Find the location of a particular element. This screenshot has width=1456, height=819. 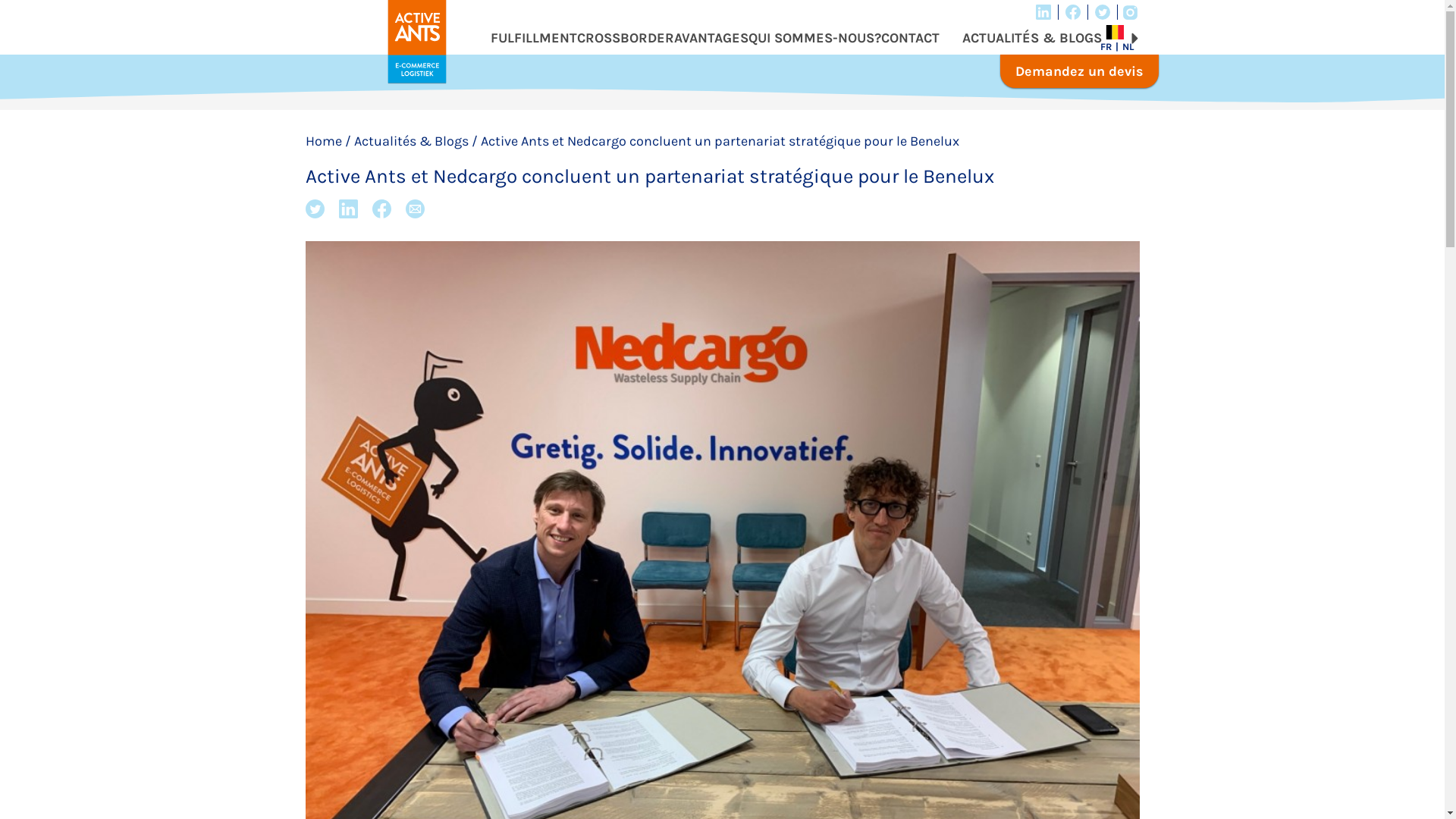

'Home' is located at coordinates (322, 140).